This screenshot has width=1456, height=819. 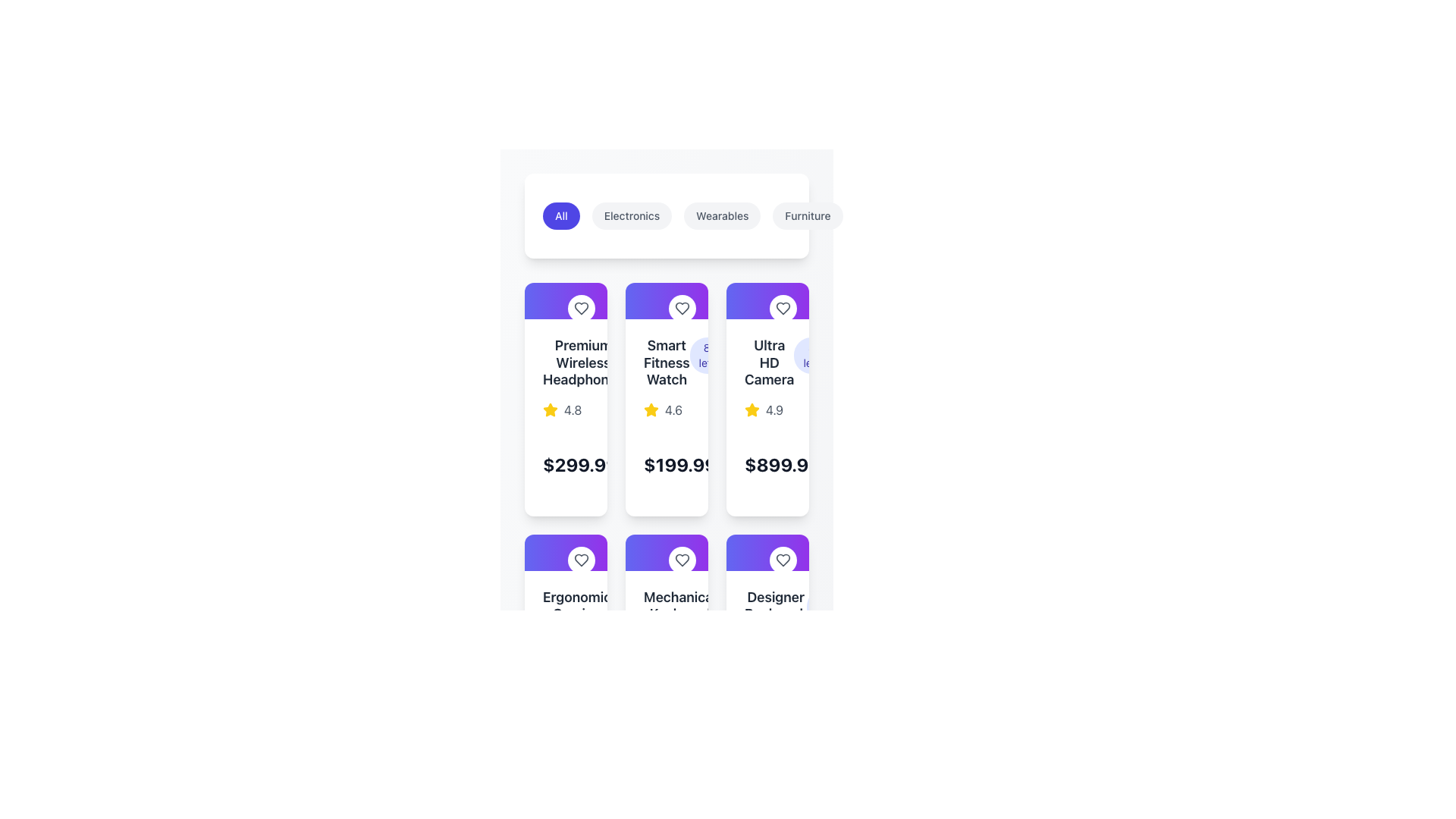 I want to click on the circular button with a heart-shaped icon located at the top-right corner of the 'Smart Fitness Watch' product card, so click(x=682, y=308).